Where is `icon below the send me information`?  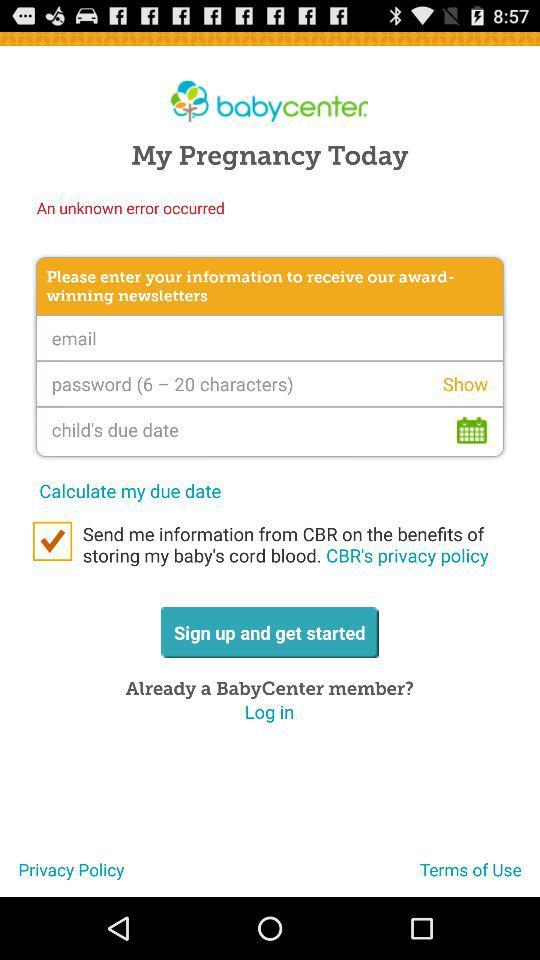 icon below the send me information is located at coordinates (479, 876).